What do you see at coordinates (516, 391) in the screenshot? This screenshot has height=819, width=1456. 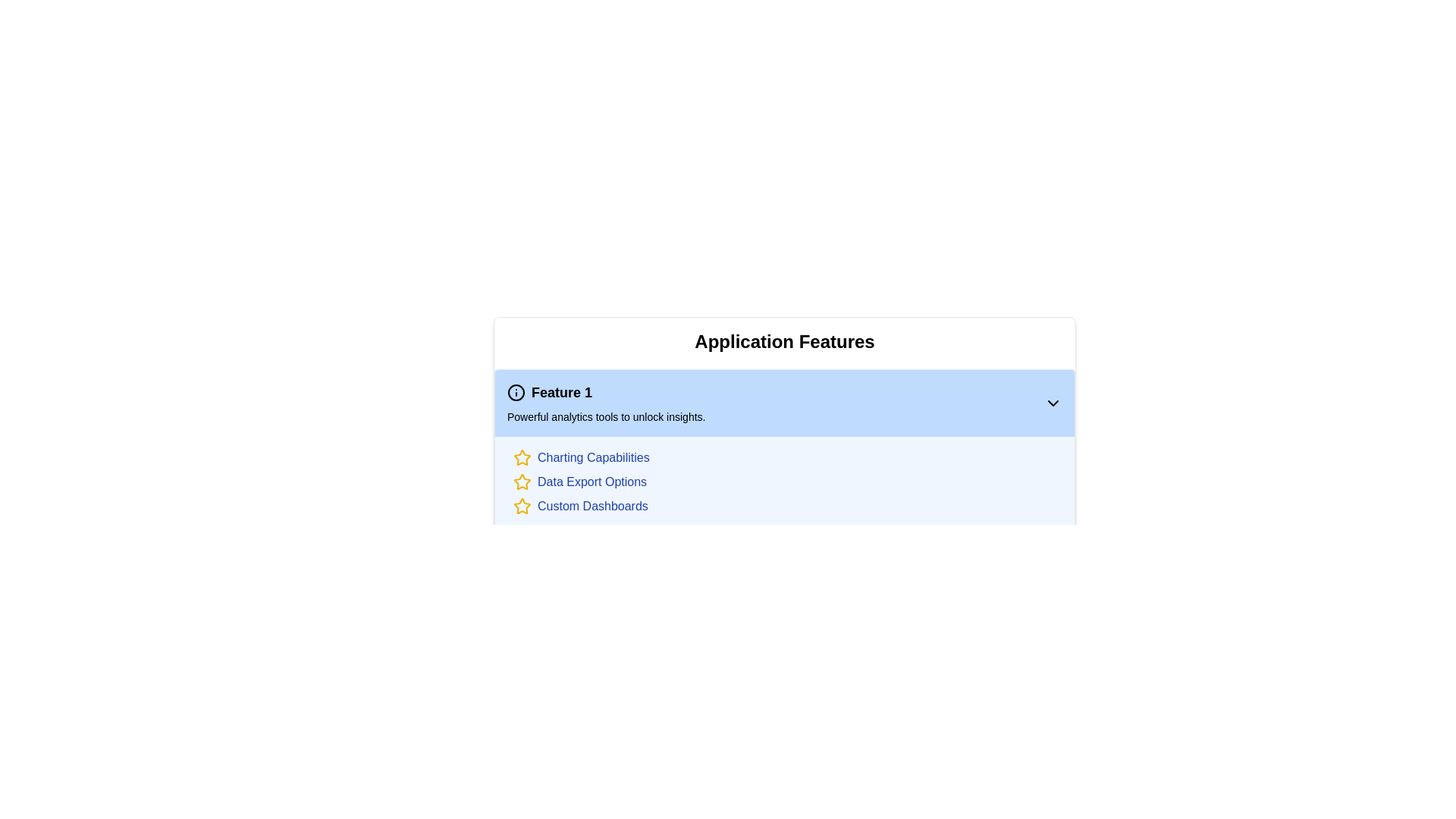 I see `the central circular component of the SVG icon located at the top-left corner of the blue header bar labeled 'Feature 1'` at bounding box center [516, 391].